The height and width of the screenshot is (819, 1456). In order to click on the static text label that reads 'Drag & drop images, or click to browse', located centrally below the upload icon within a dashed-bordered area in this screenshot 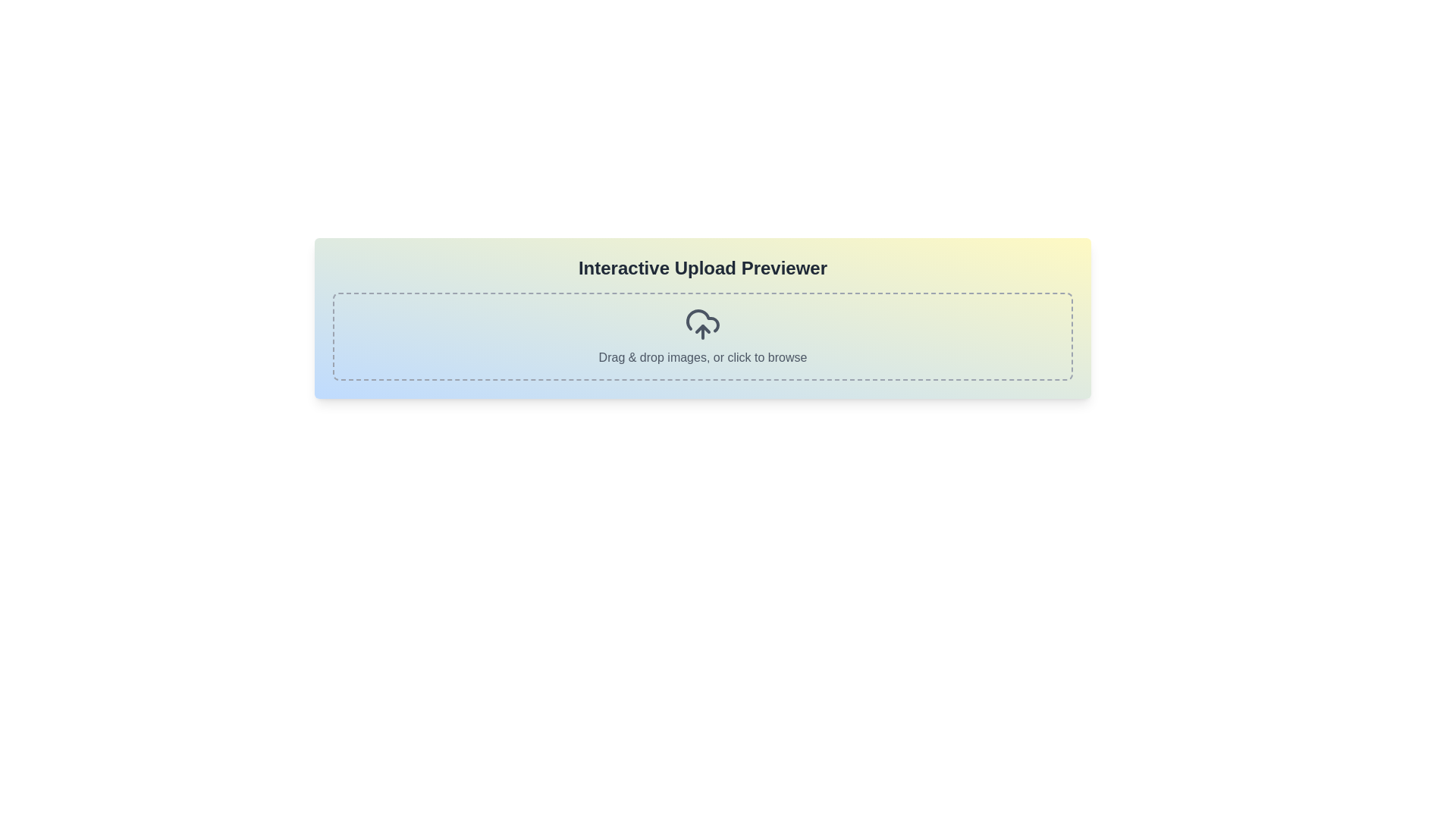, I will do `click(701, 357)`.